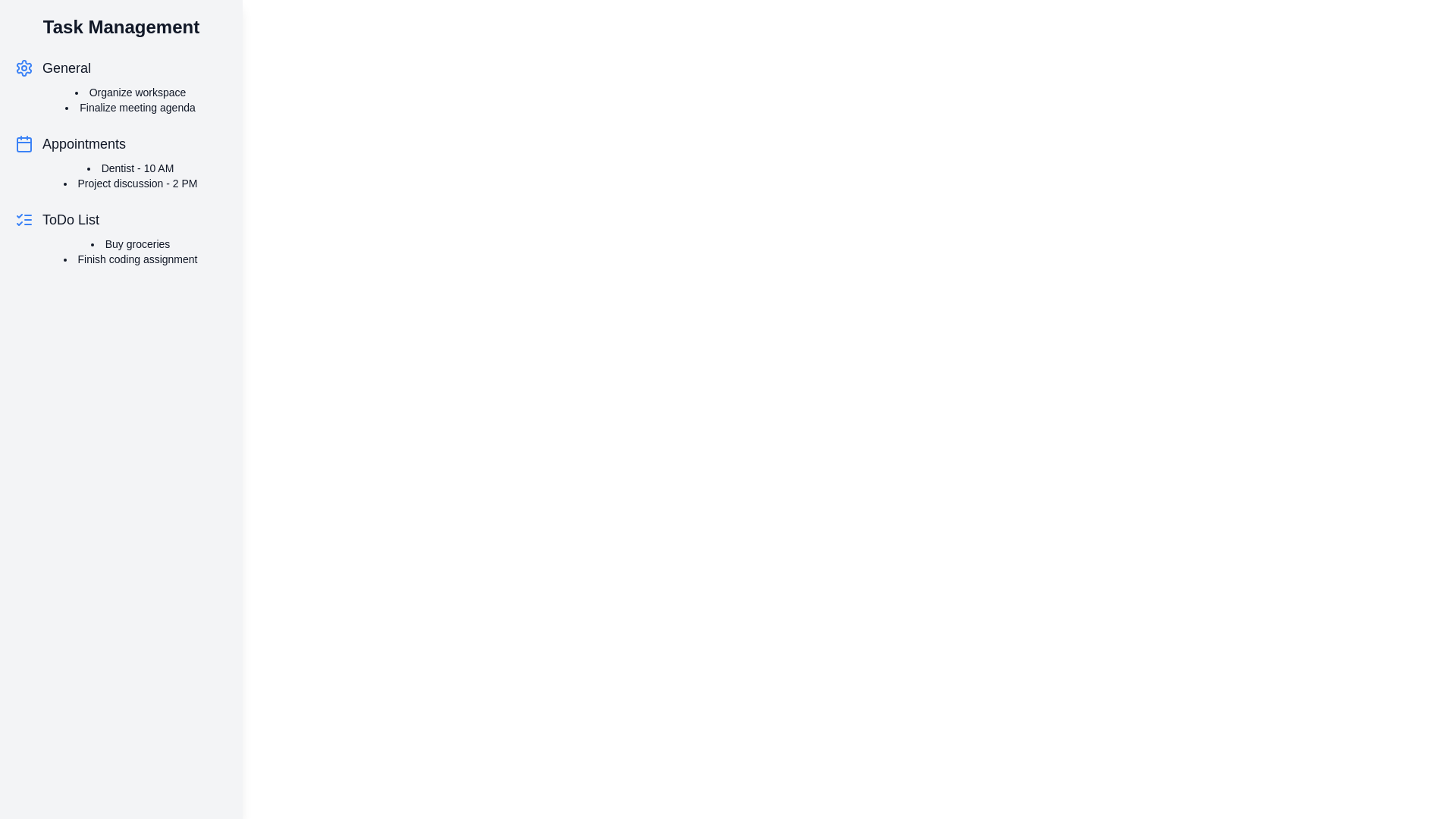 Image resolution: width=1456 pixels, height=819 pixels. What do you see at coordinates (130, 93) in the screenshot?
I see `the task text Organize workspace to open the task` at bounding box center [130, 93].